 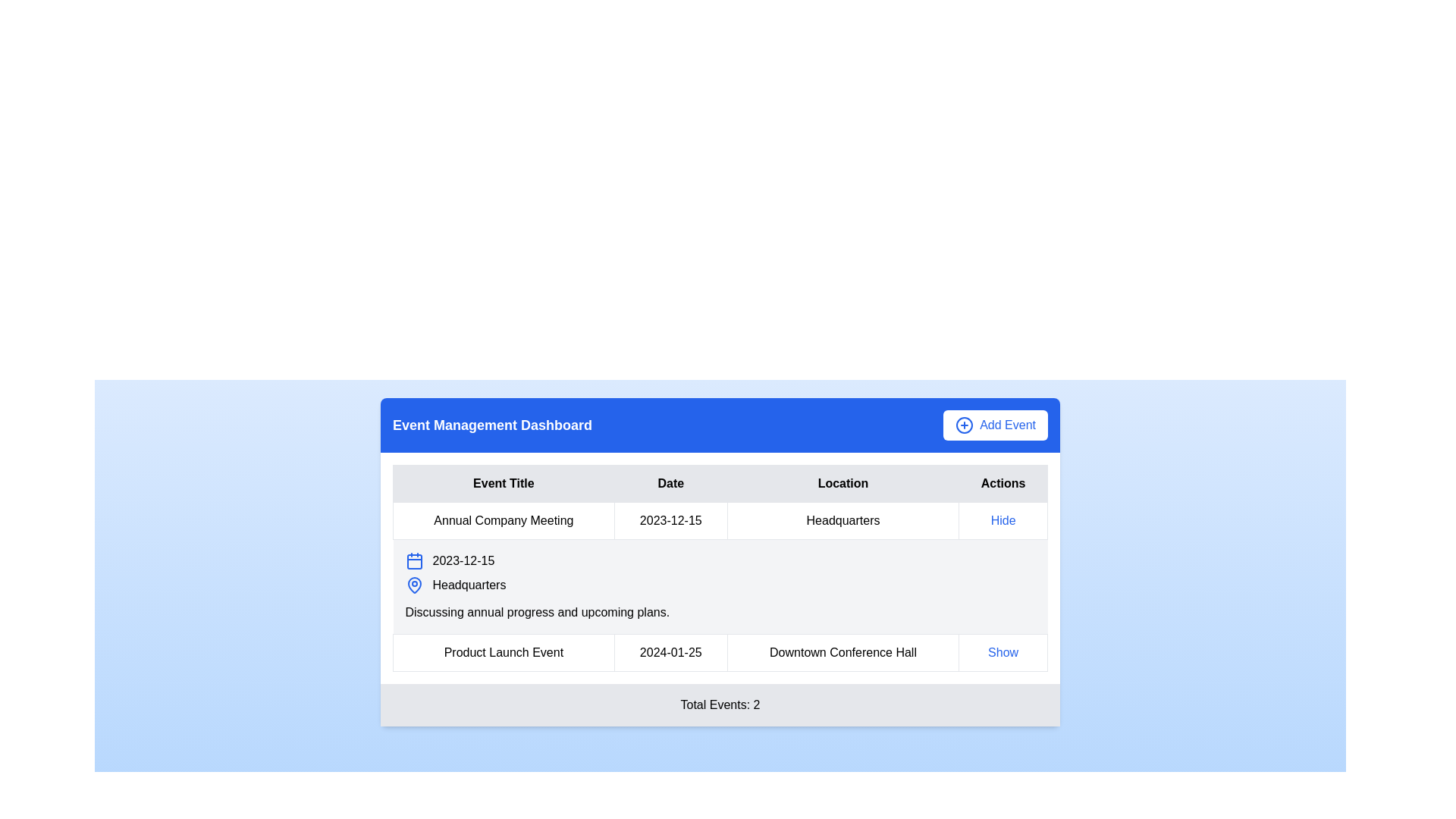 What do you see at coordinates (492, 425) in the screenshot?
I see `the static text label that serves as the title for the 'Event Management Dashboard', located on the left side of the blue banner, preceding the 'Add Event' button` at bounding box center [492, 425].